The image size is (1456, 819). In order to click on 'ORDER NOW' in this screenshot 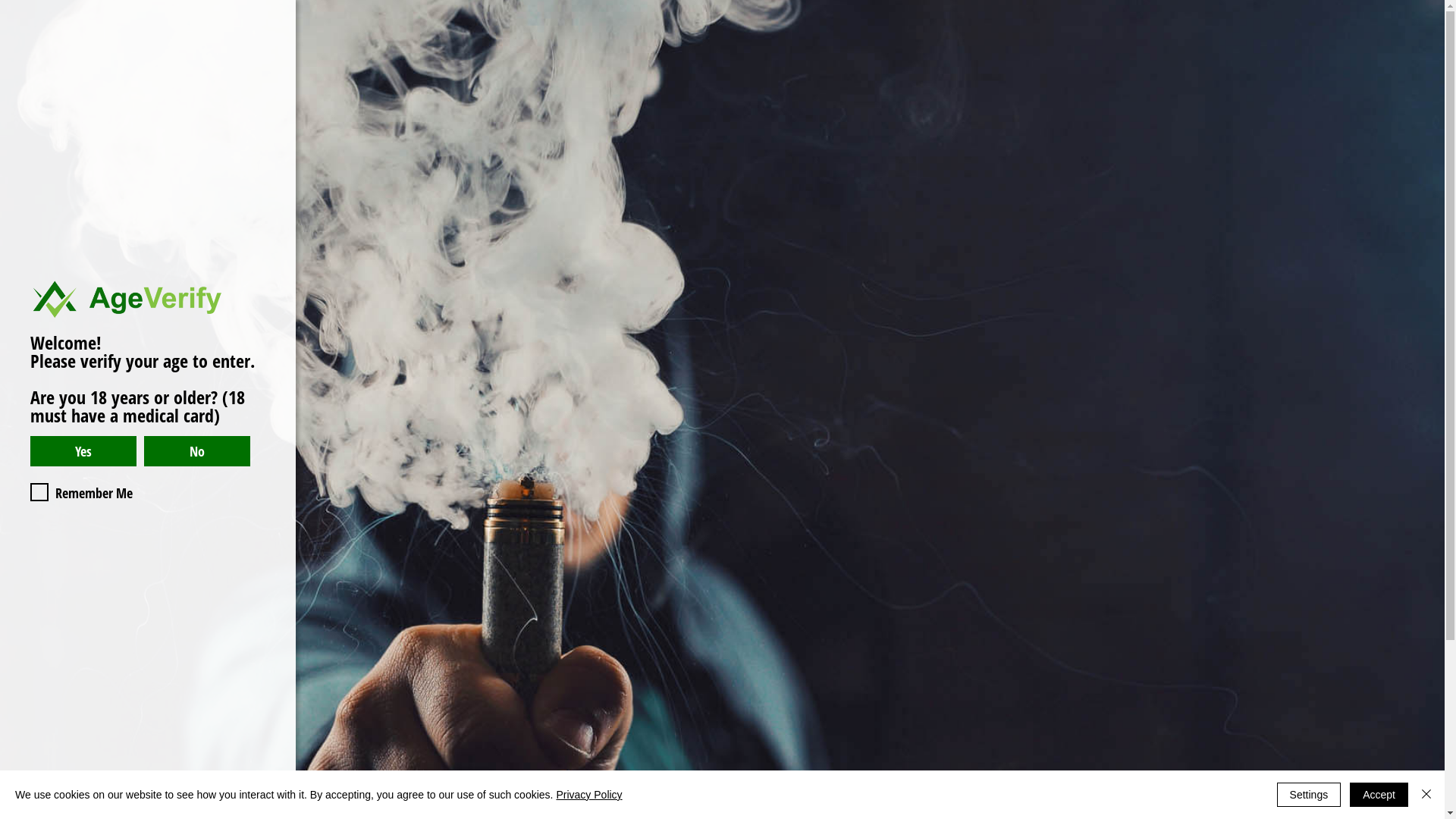, I will do `click(1325, 52)`.